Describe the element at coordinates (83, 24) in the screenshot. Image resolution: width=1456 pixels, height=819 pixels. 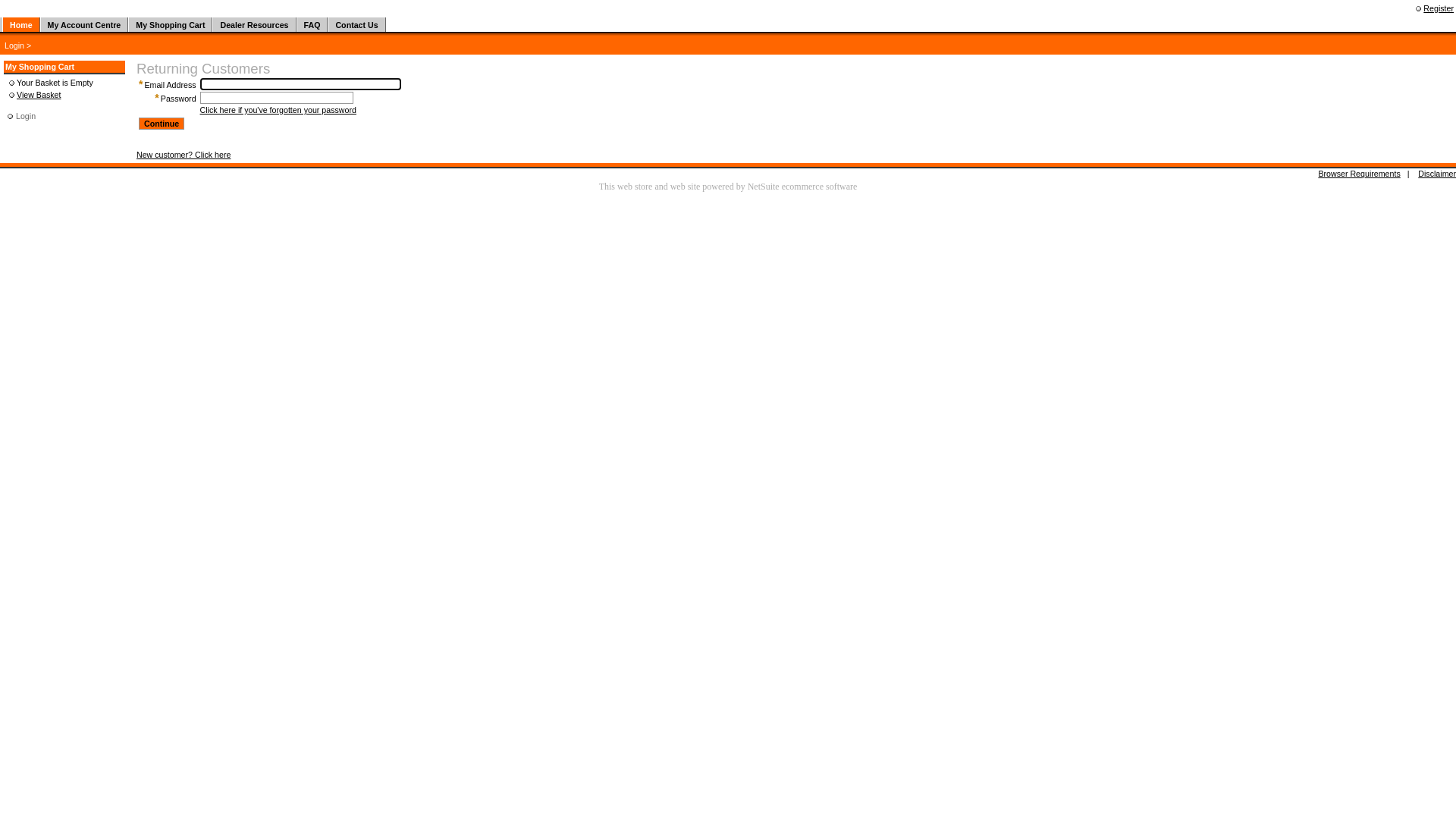
I see `'My Account Centre'` at that location.